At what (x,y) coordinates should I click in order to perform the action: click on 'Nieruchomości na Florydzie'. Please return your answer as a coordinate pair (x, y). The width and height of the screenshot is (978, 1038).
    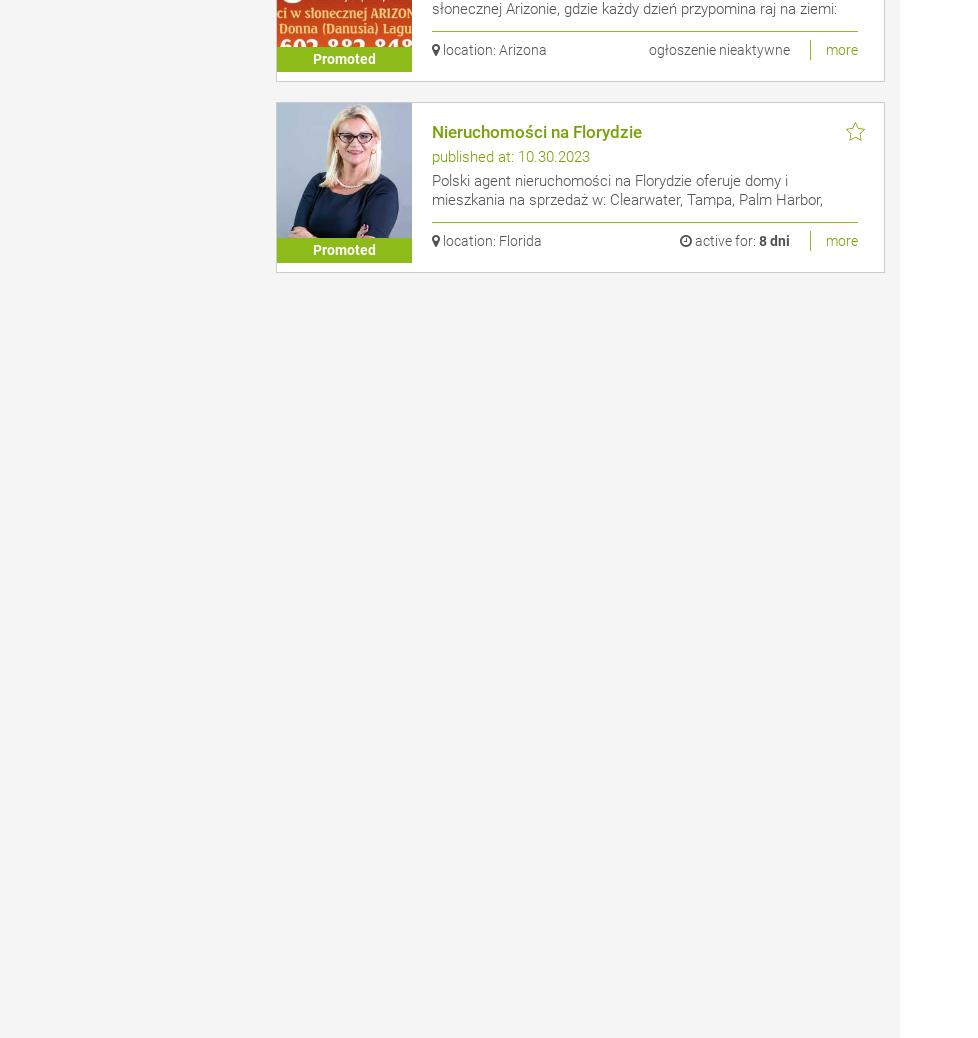
    Looking at the image, I should click on (430, 131).